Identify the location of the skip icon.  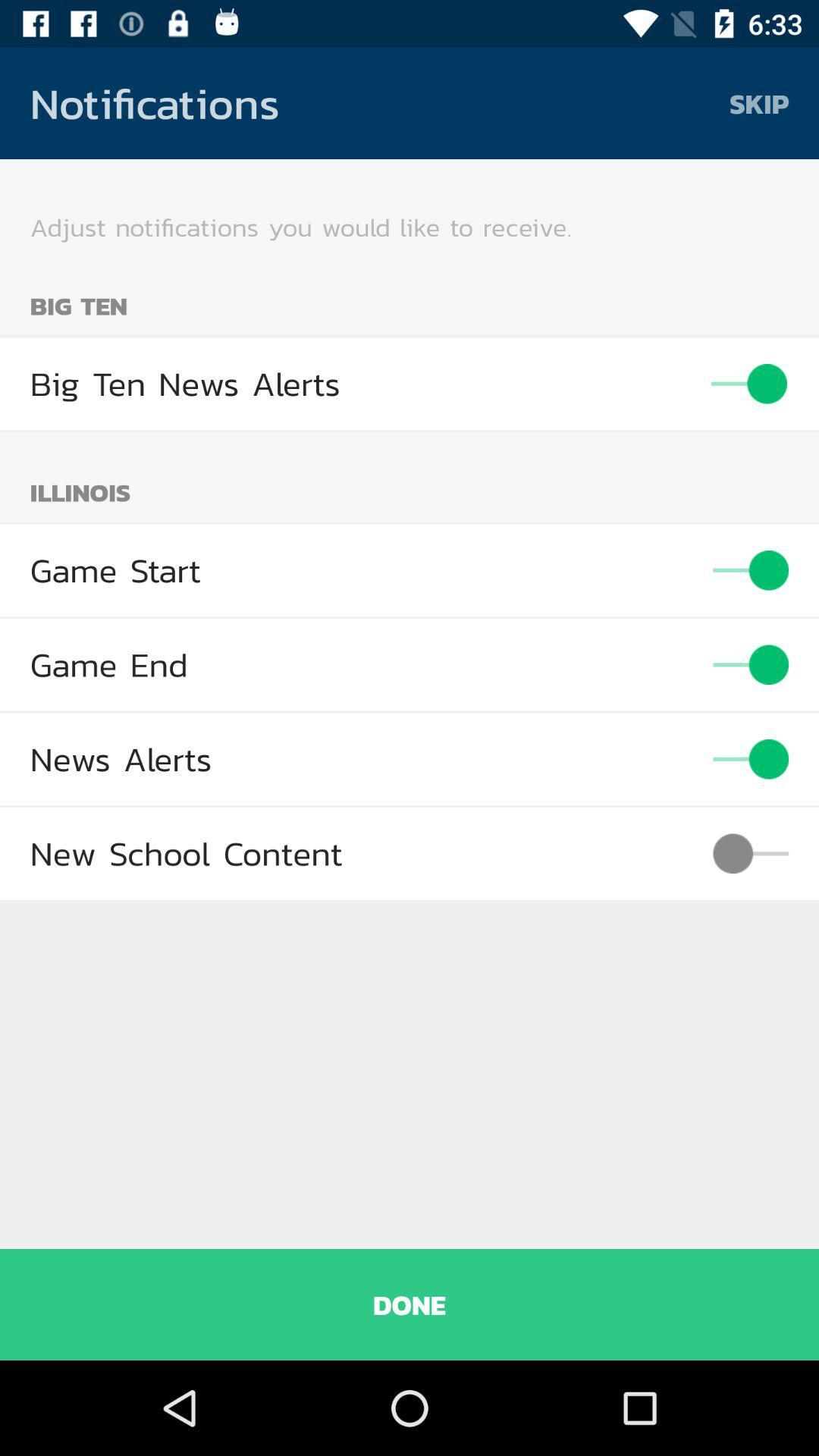
(759, 102).